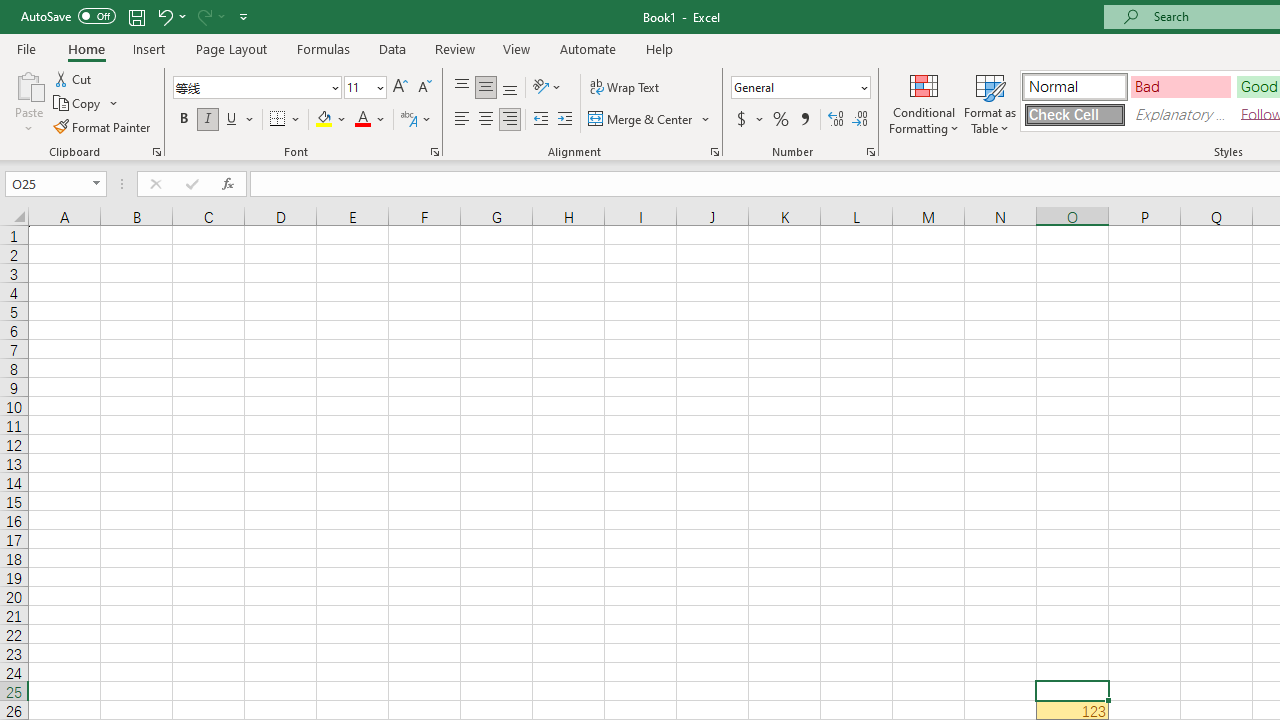  I want to click on 'Font Size', so click(359, 86).